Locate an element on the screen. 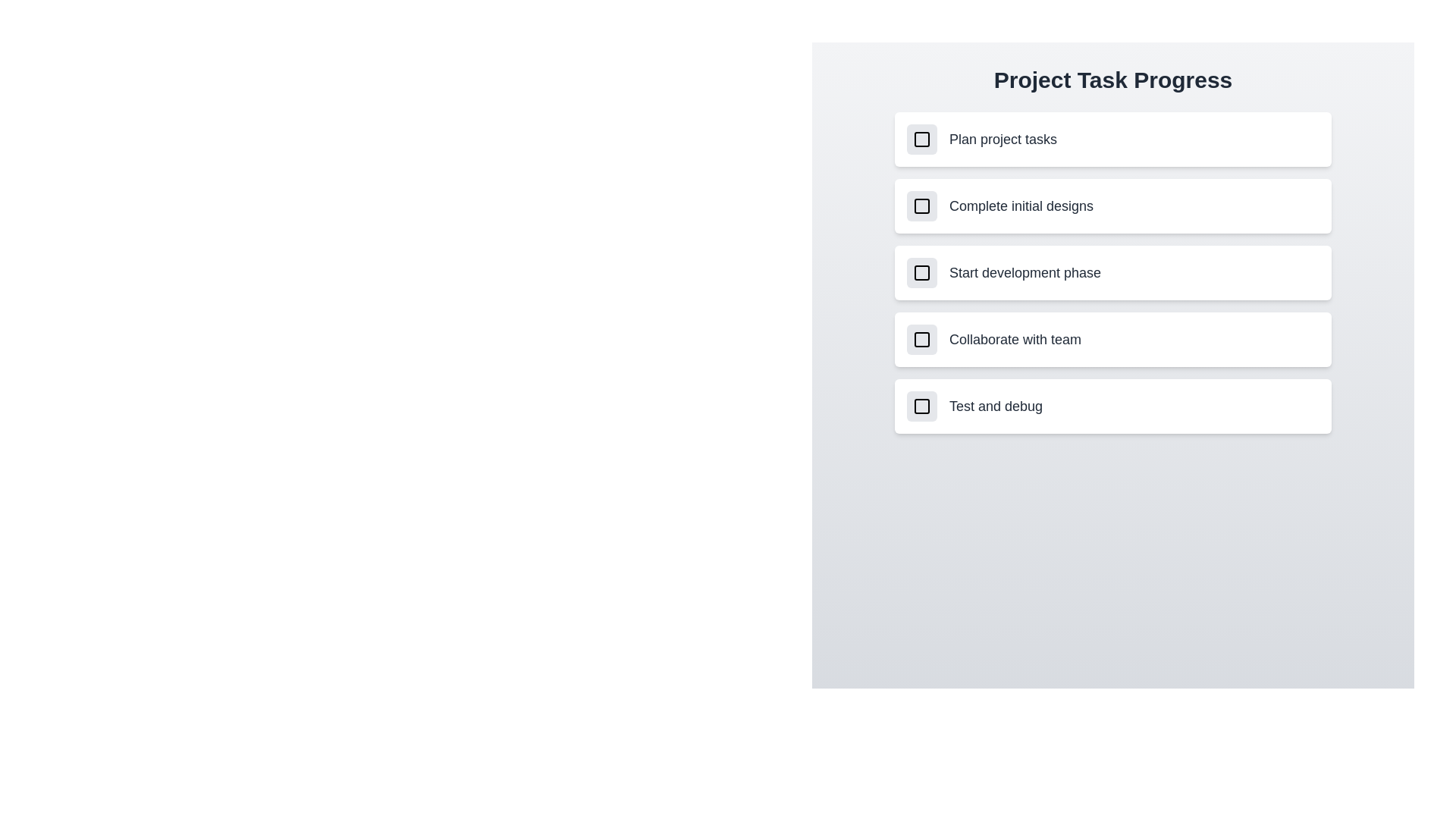  the checkbox corresponding to the task 'Test and debug' to toggle its completion status is located at coordinates (921, 406).